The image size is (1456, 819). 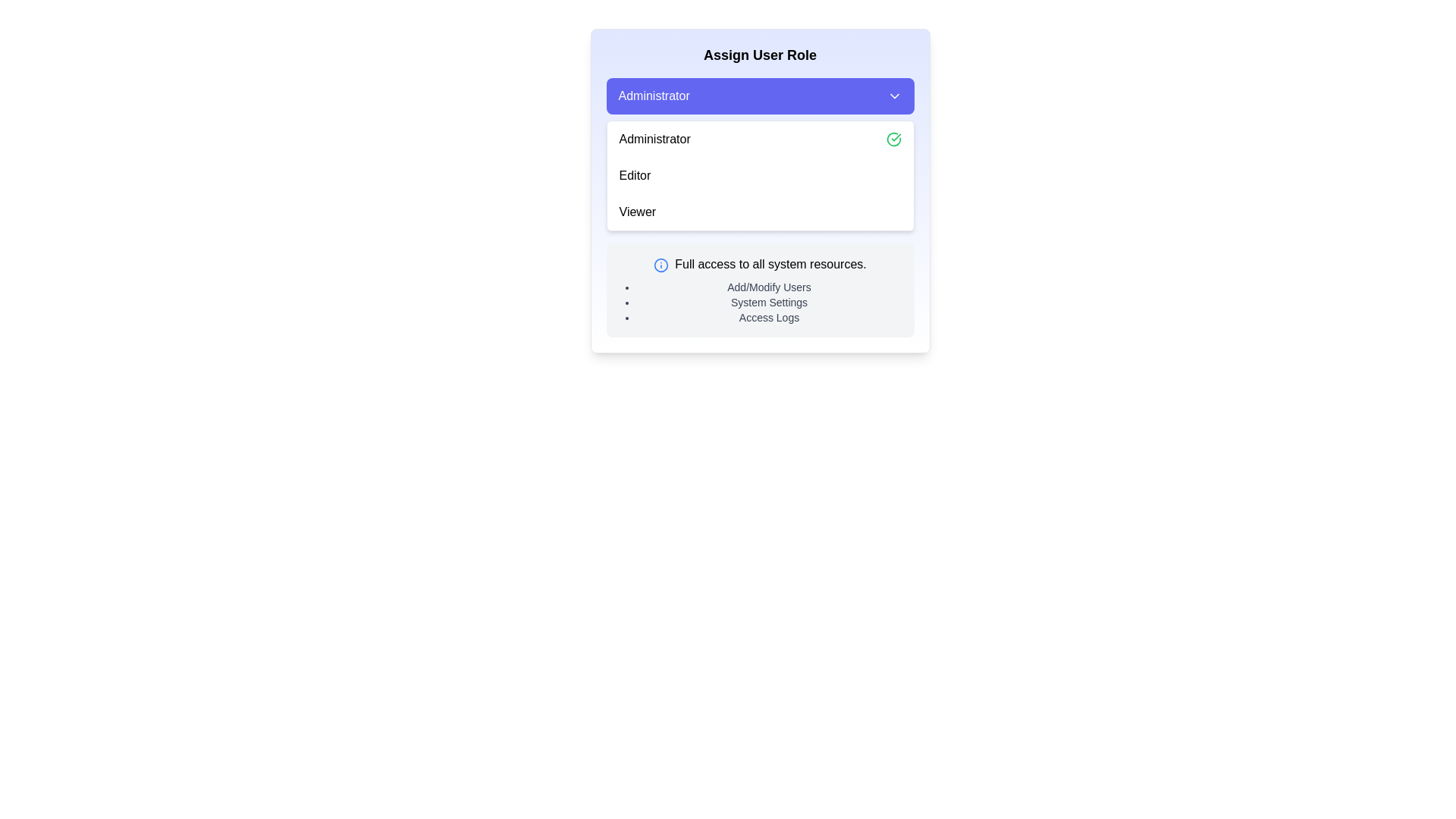 What do you see at coordinates (760, 96) in the screenshot?
I see `the indigo-colored dropdown button labeled 'Administrator' with a downward chevron` at bounding box center [760, 96].